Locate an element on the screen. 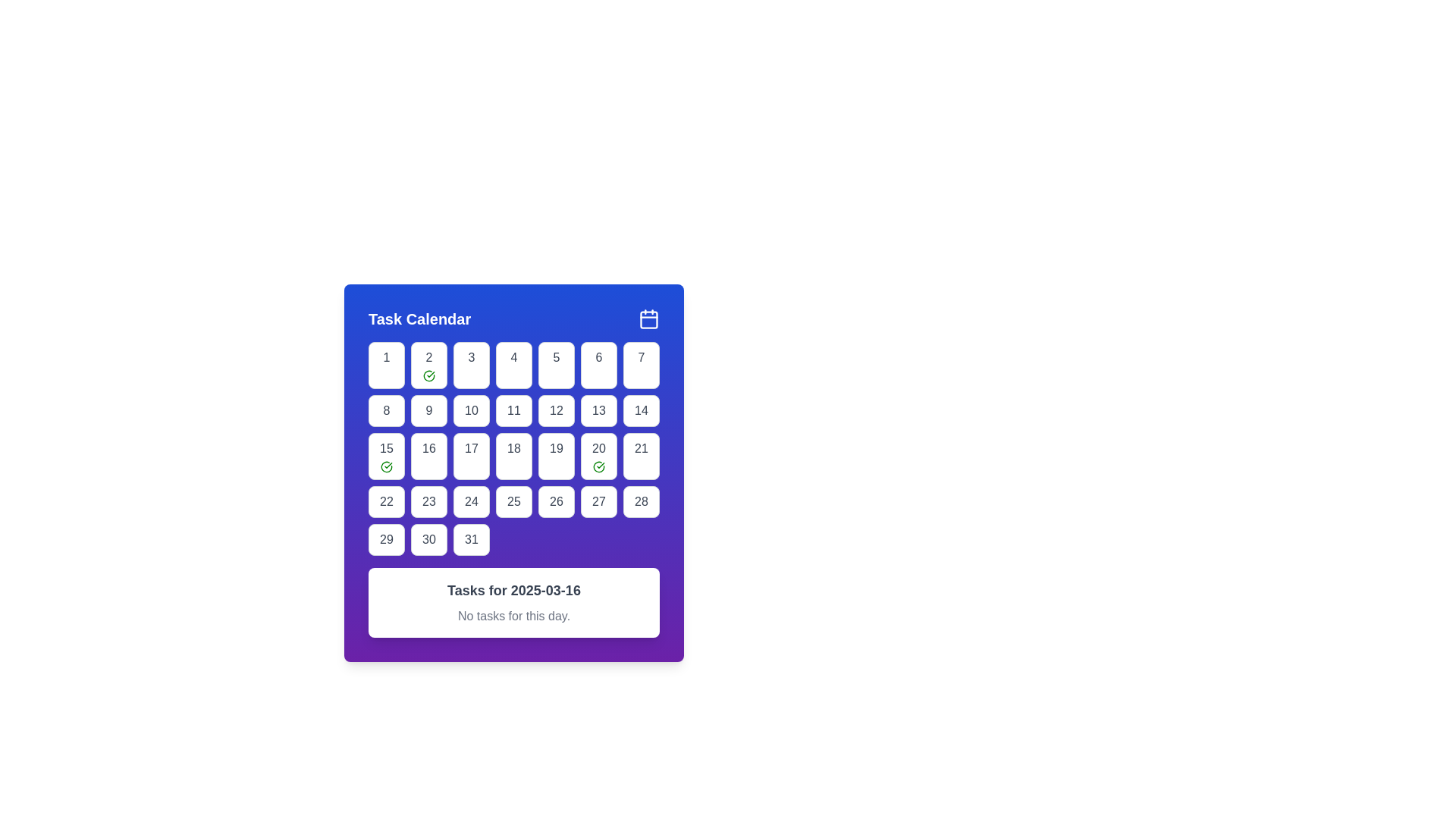 The image size is (1456, 819). the completed task icon located below the numerical text '15' in the calendar interface is located at coordinates (386, 466).